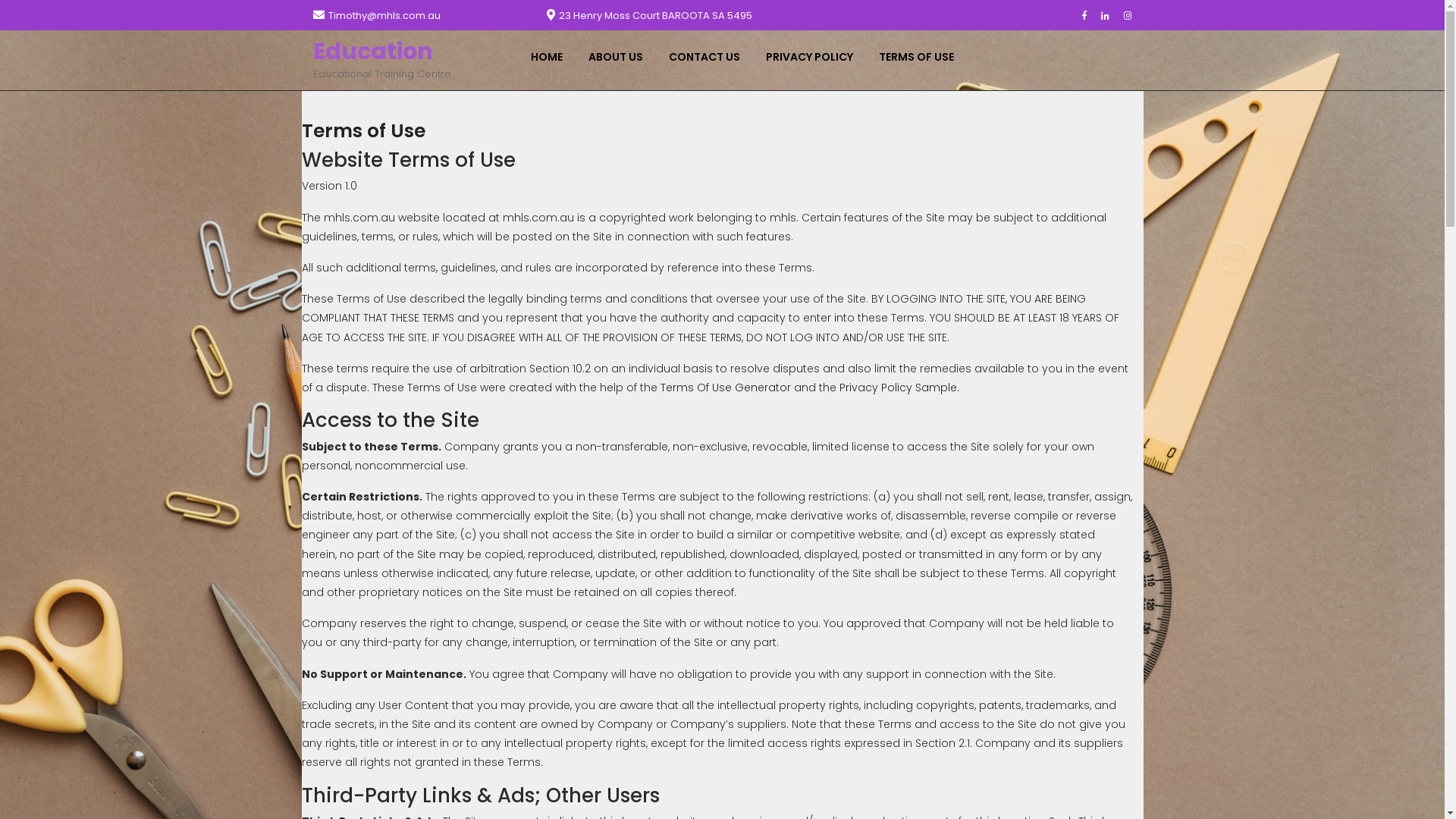 This screenshot has height=819, width=1456. What do you see at coordinates (708, 56) in the screenshot?
I see `'CONTACT US'` at bounding box center [708, 56].